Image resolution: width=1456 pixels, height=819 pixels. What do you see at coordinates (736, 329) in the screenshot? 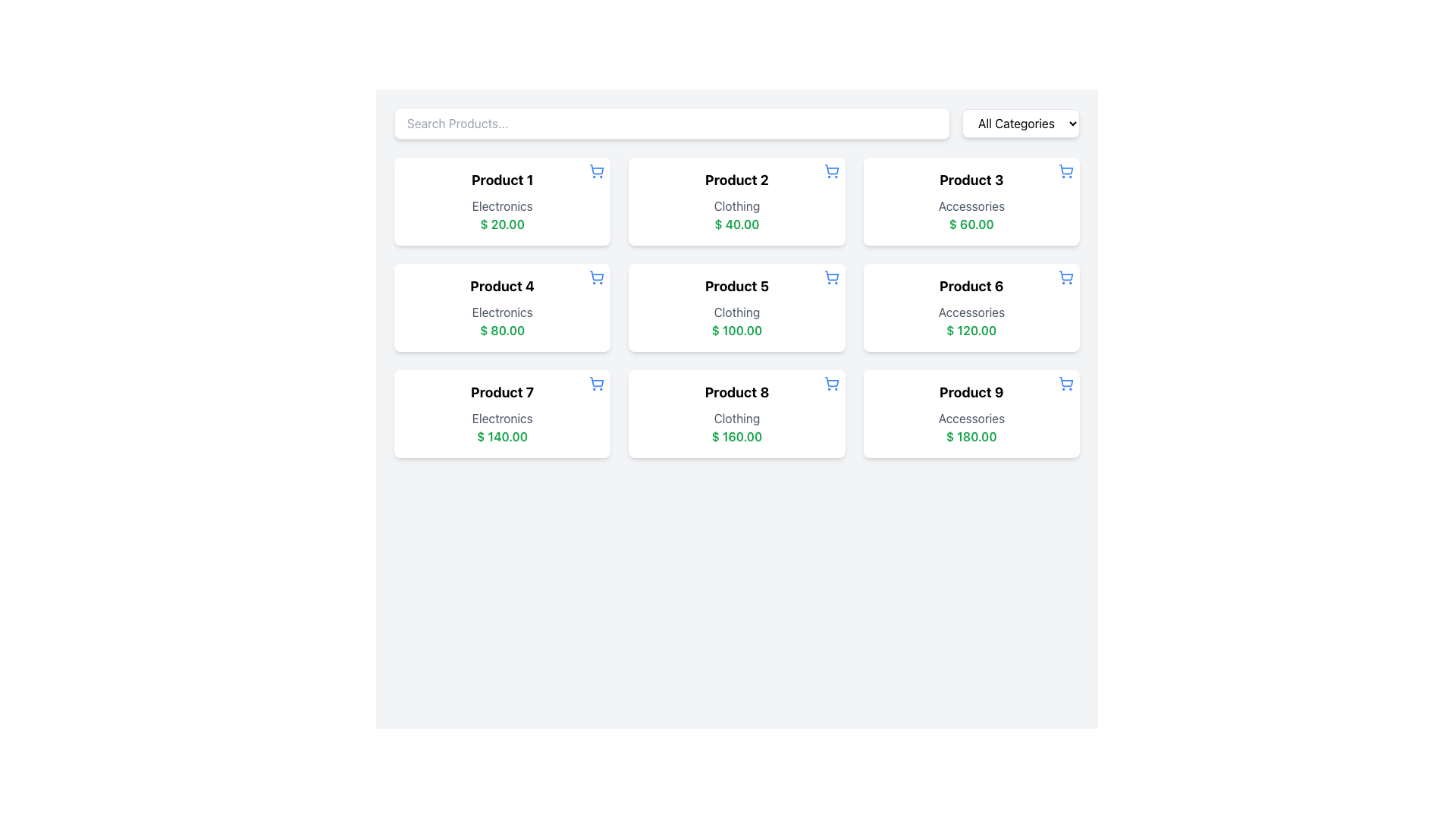
I see `displayed price from the Text display element located within the 'Product 5' card in the second row, second column of the grid, below the category text 'Clothing'` at bounding box center [736, 329].